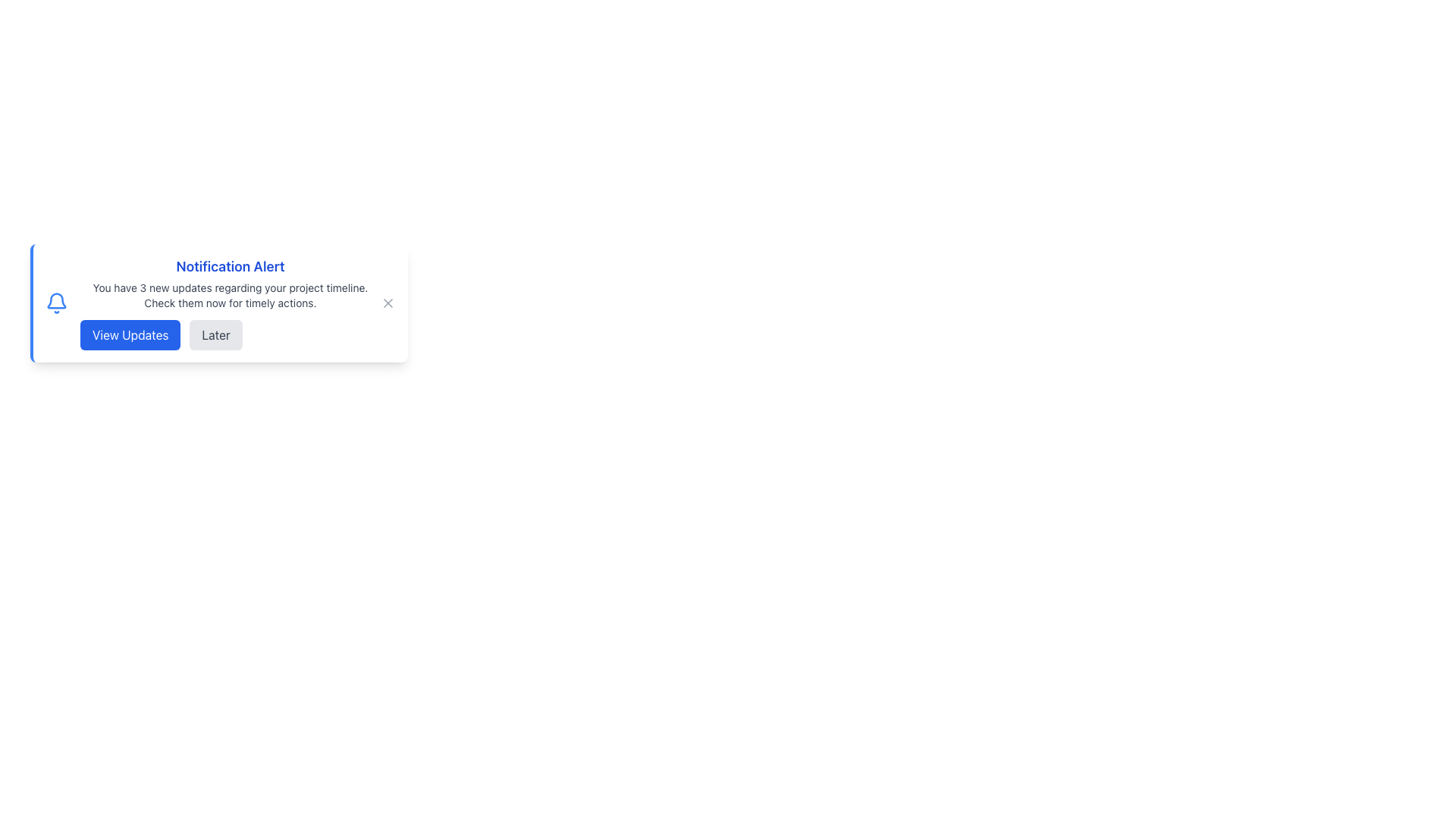  What do you see at coordinates (388, 303) in the screenshot?
I see `the graphical close icon represented by a diagonal cross (X) located in the top-right corner of the notification dialog box` at bounding box center [388, 303].